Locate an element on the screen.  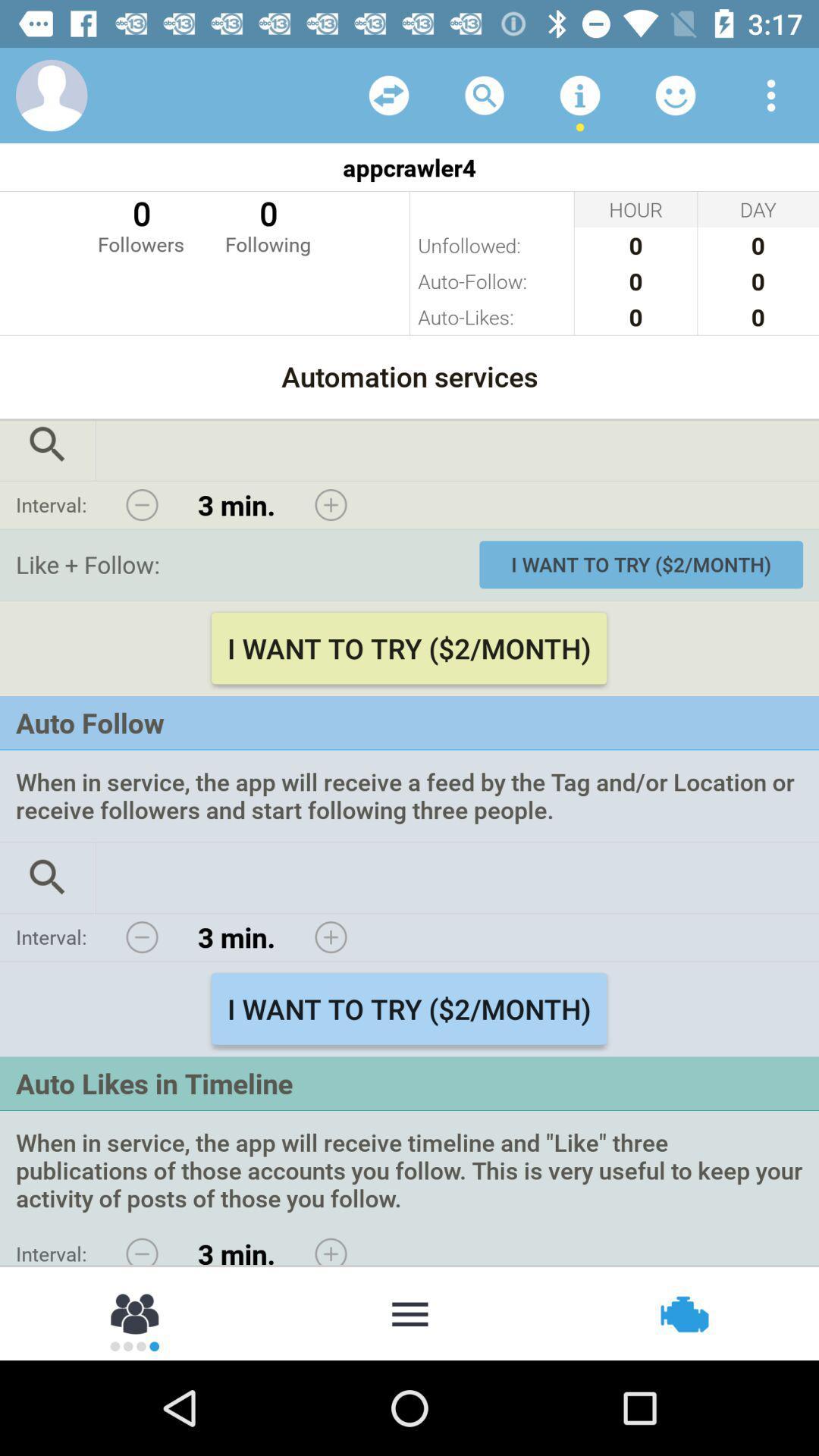
opens menu is located at coordinates (771, 94).